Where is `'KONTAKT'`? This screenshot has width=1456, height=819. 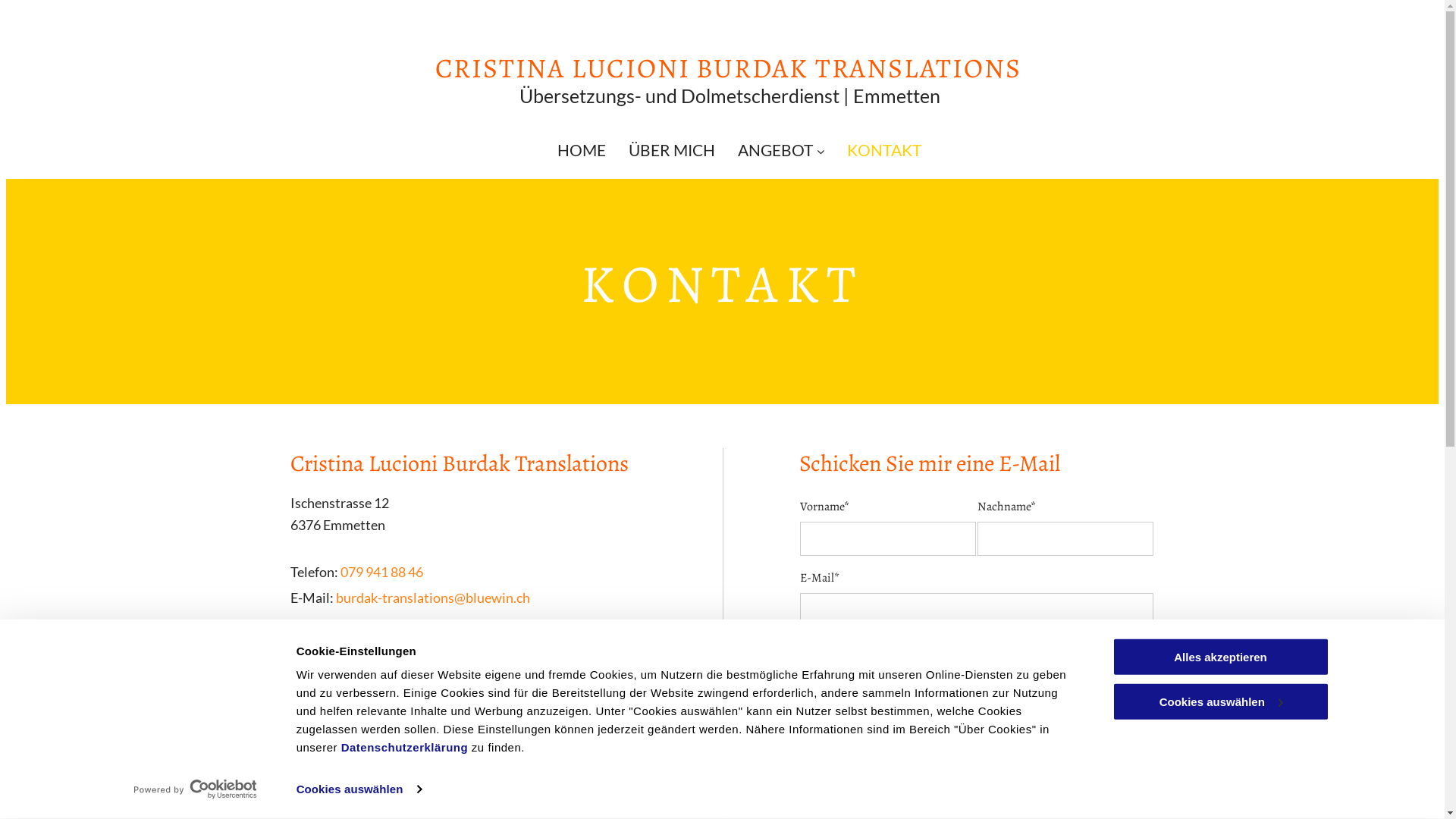
'KONTAKT' is located at coordinates (884, 149).